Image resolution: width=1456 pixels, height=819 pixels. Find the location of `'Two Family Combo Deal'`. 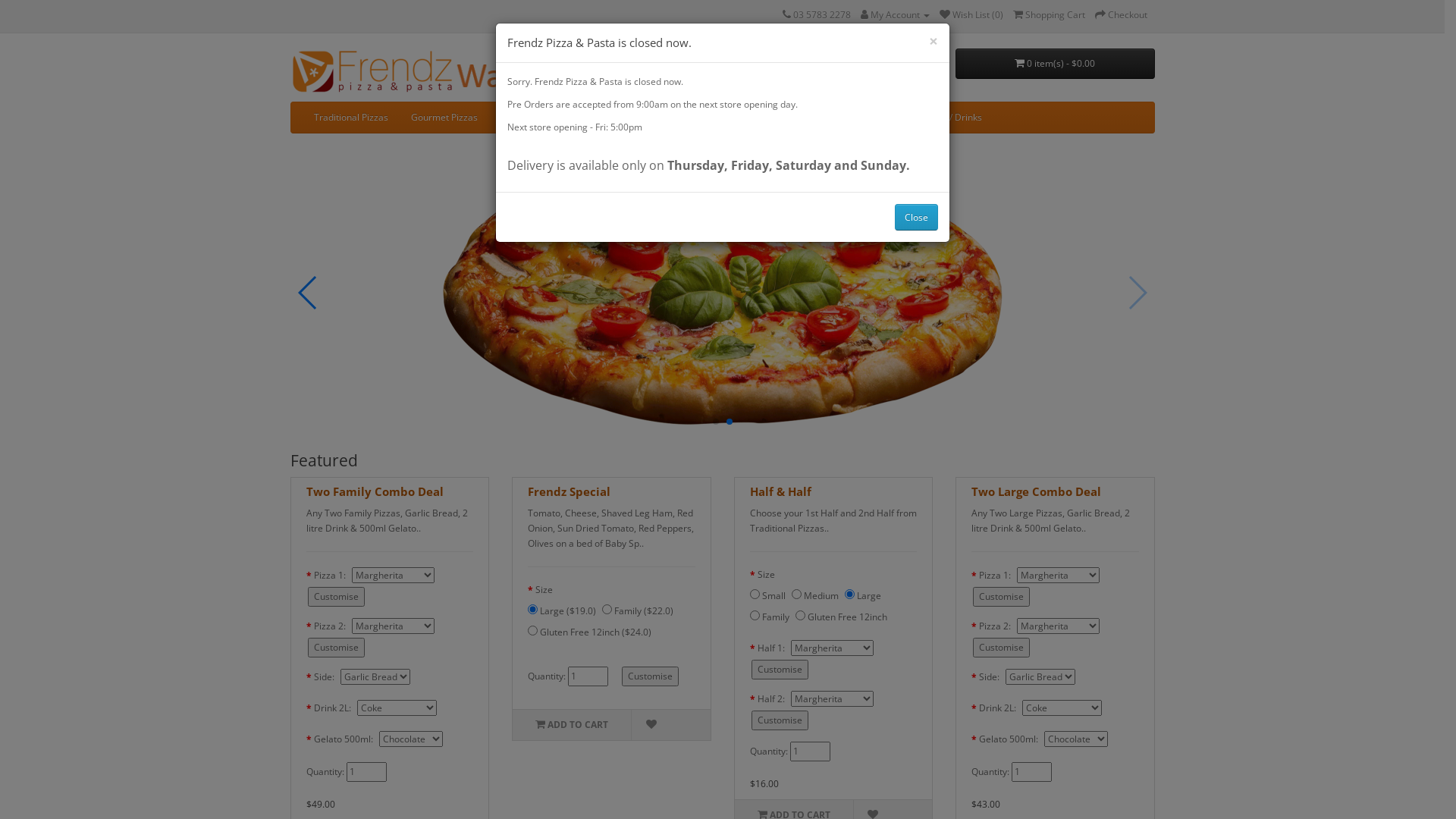

'Two Family Combo Deal' is located at coordinates (375, 491).